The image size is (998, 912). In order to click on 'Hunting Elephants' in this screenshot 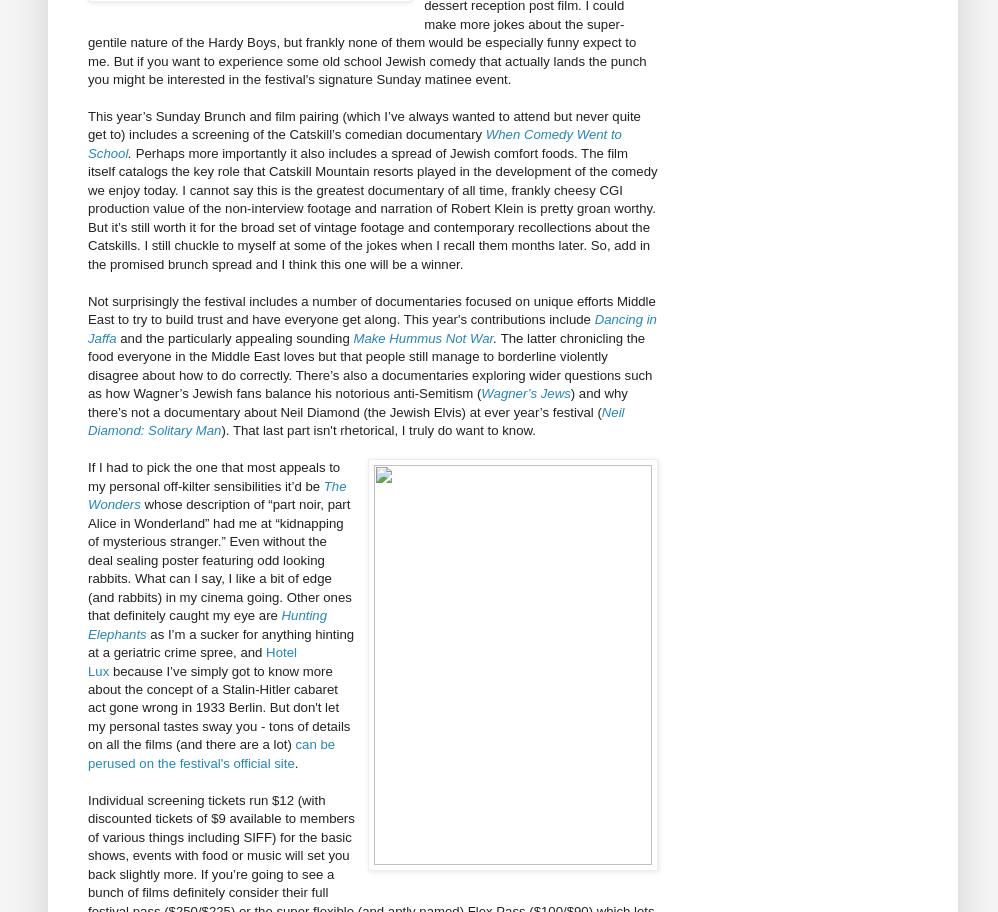, I will do `click(87, 624)`.